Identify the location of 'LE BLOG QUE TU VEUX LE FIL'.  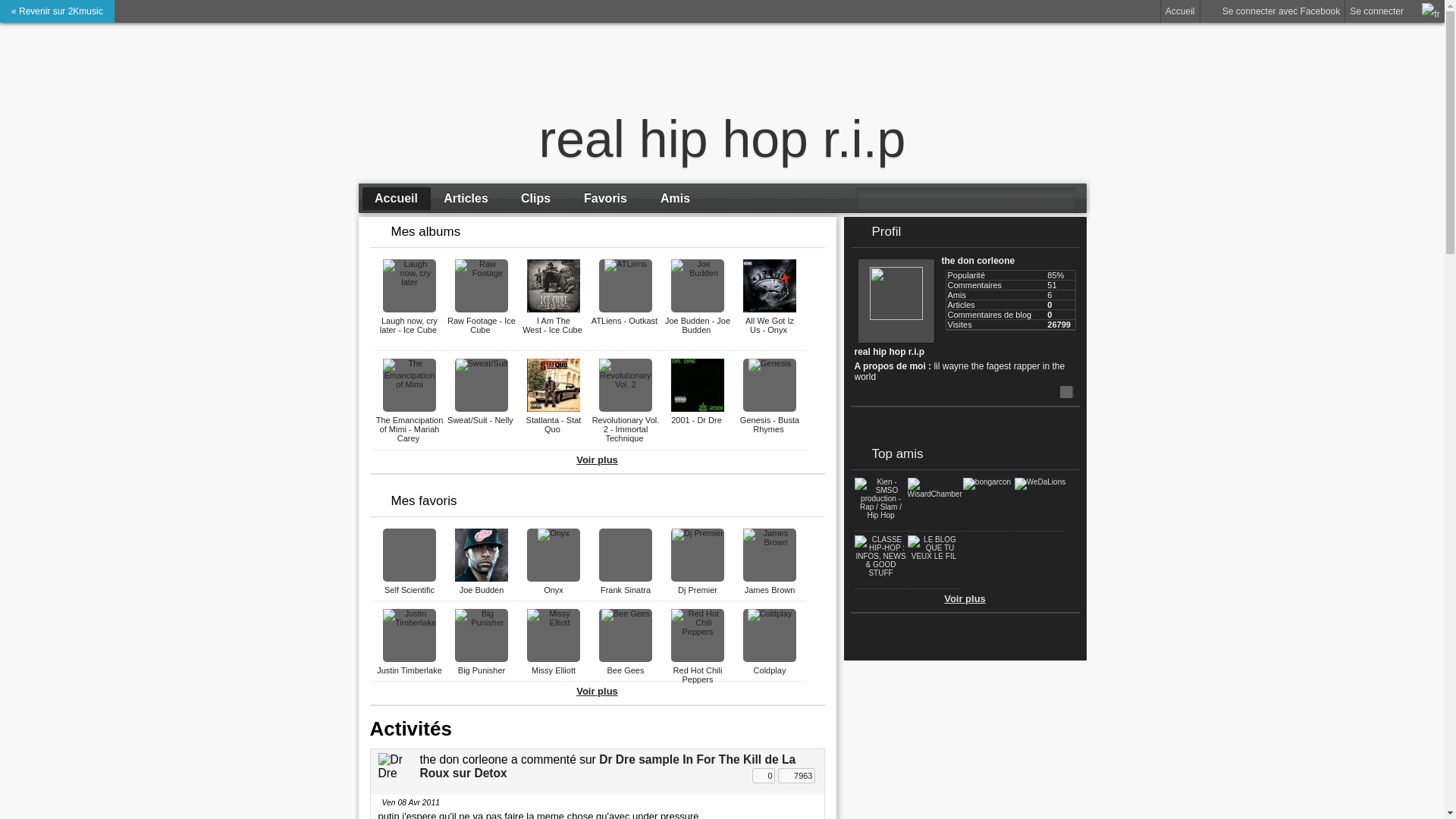
(932, 556).